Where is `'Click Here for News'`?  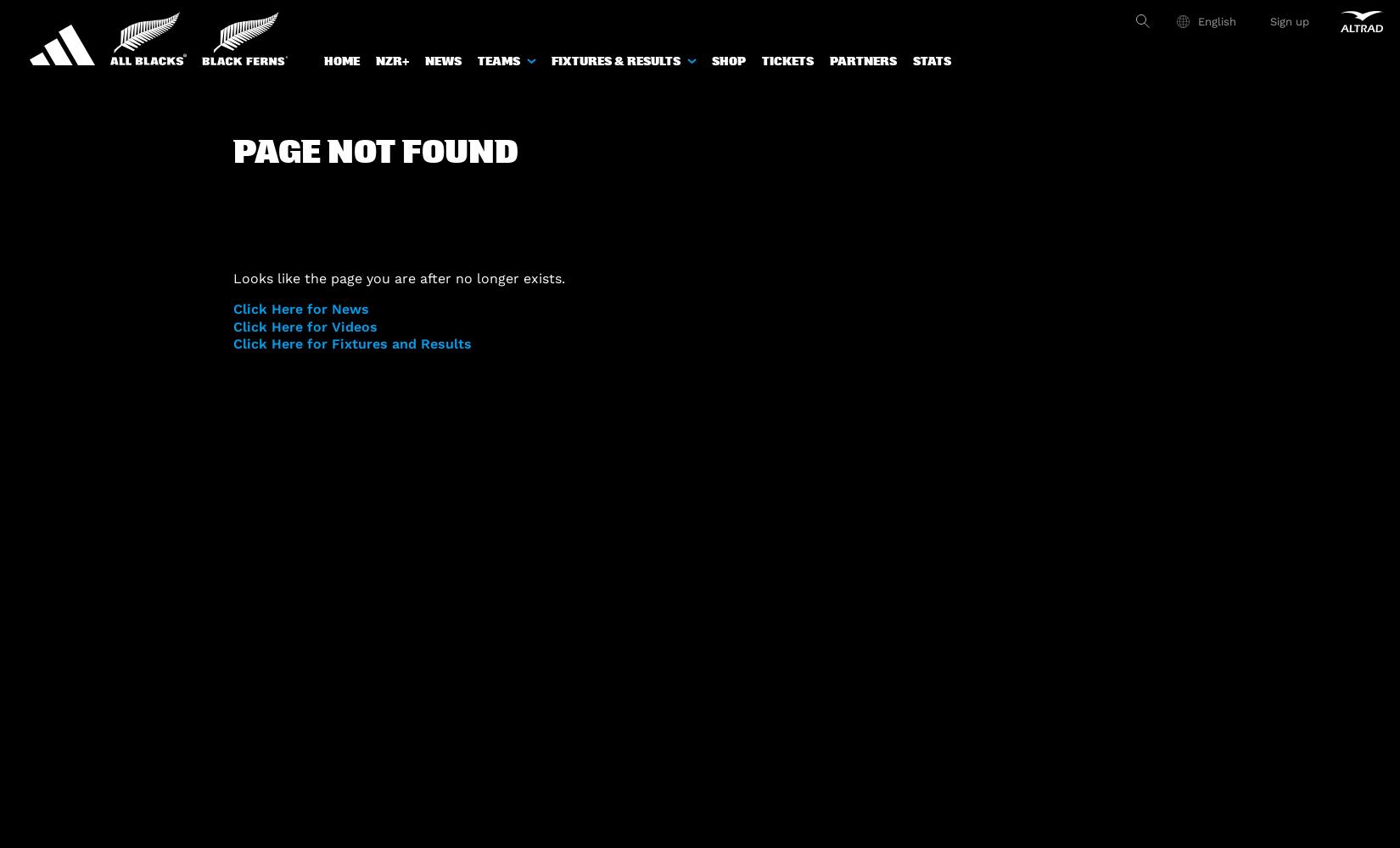
'Click Here for News' is located at coordinates (301, 307).